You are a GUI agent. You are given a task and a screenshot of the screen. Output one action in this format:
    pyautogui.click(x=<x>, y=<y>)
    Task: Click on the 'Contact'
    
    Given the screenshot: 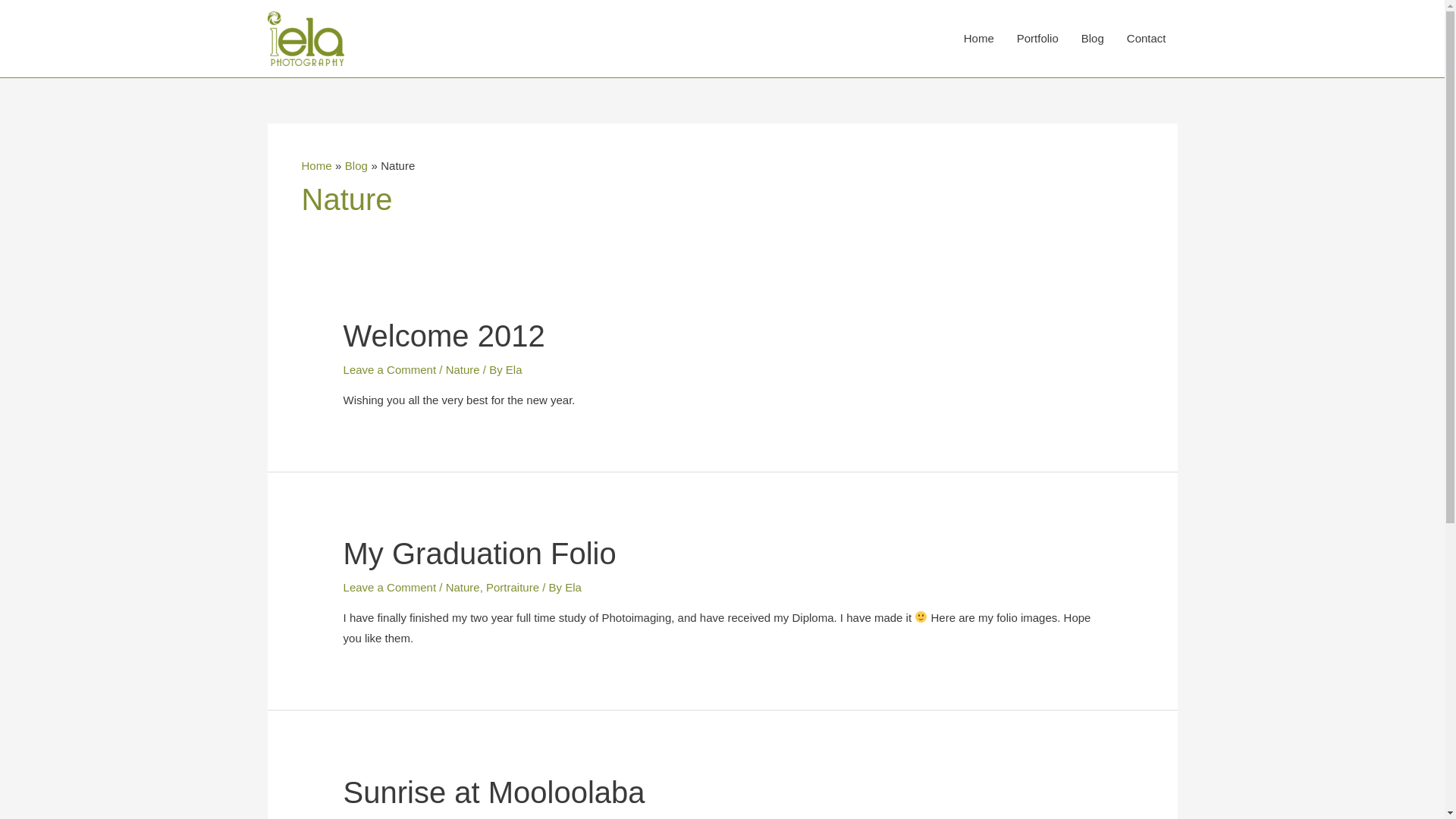 What is the action you would take?
    pyautogui.click(x=1147, y=37)
    